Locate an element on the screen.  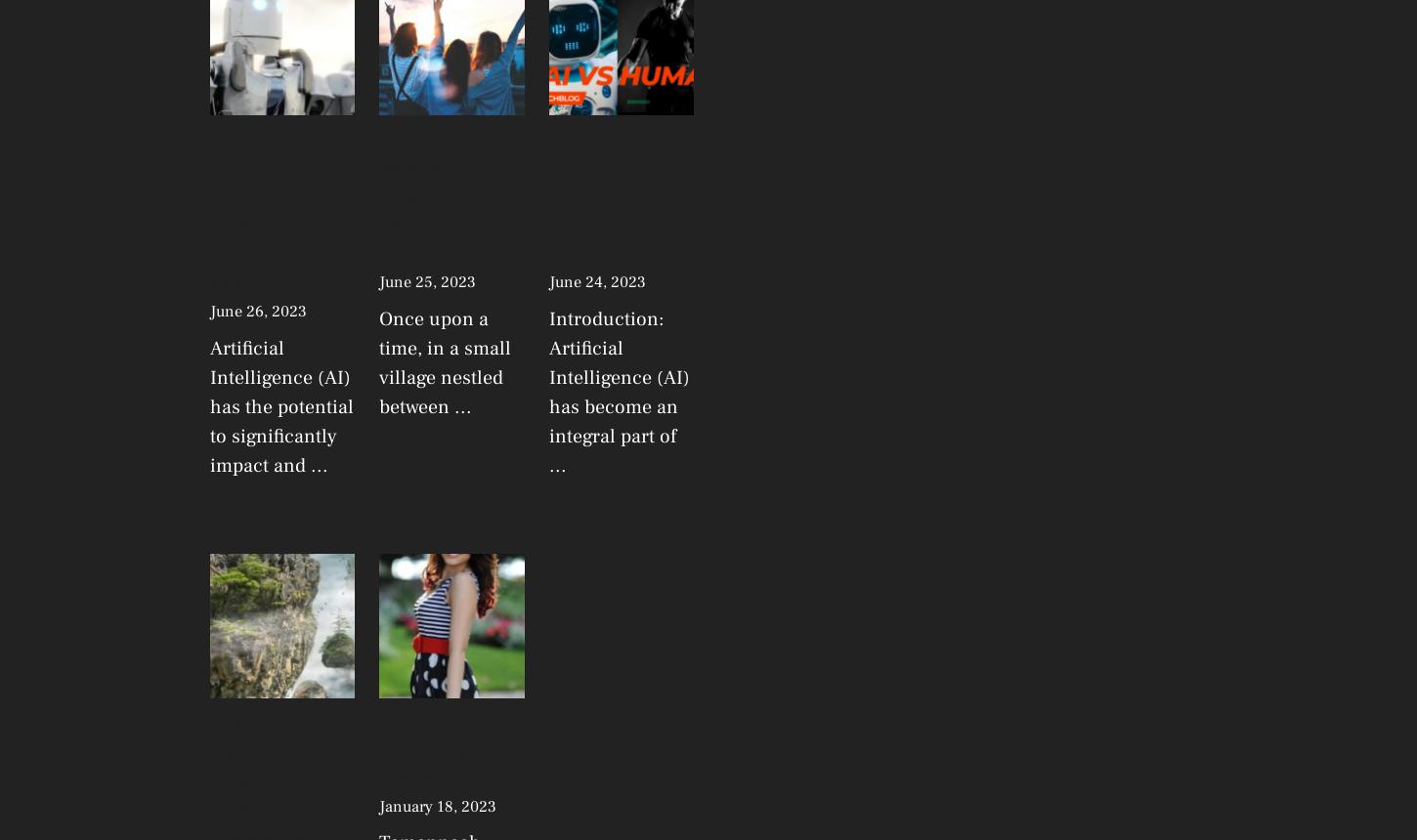
'AI is the future of changing economies… Artificial intelligence grow in India' is located at coordinates (275, 211).